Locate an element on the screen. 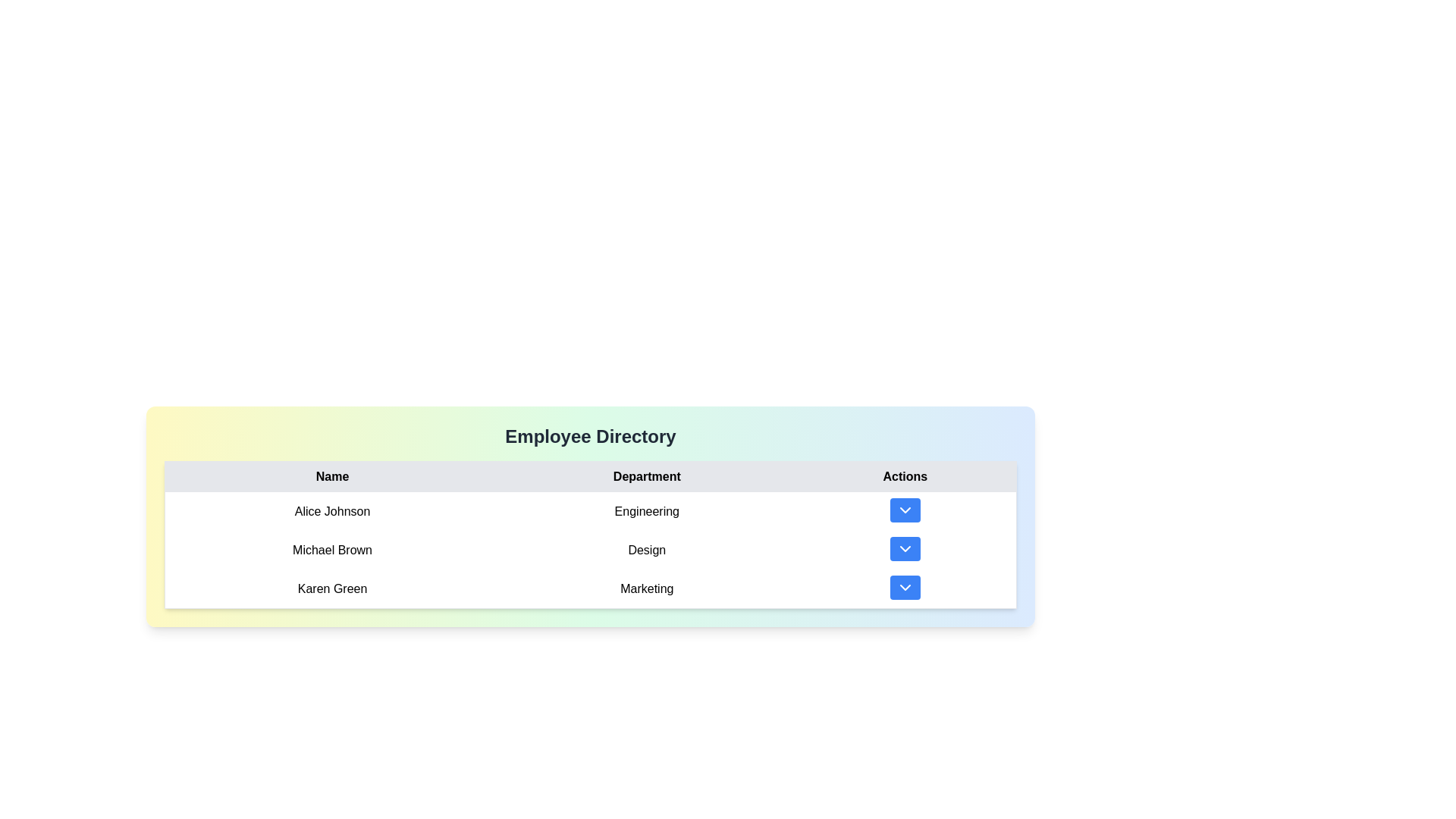  the dropdown button in the third row of the table under the 'Actions' column for 'Karen Green' is located at coordinates (905, 588).